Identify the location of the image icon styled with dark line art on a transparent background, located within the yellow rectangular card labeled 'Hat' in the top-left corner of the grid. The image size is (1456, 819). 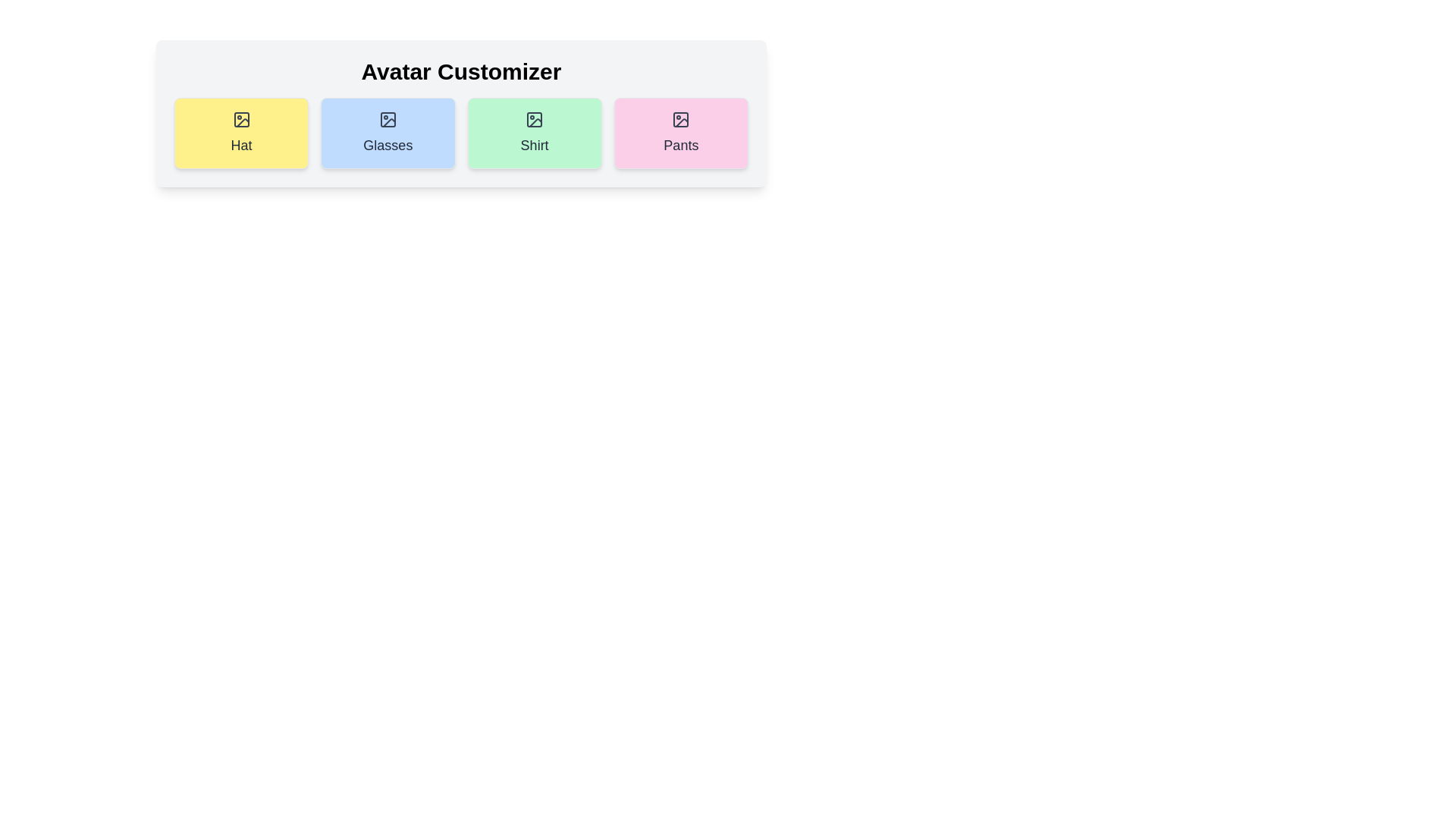
(240, 119).